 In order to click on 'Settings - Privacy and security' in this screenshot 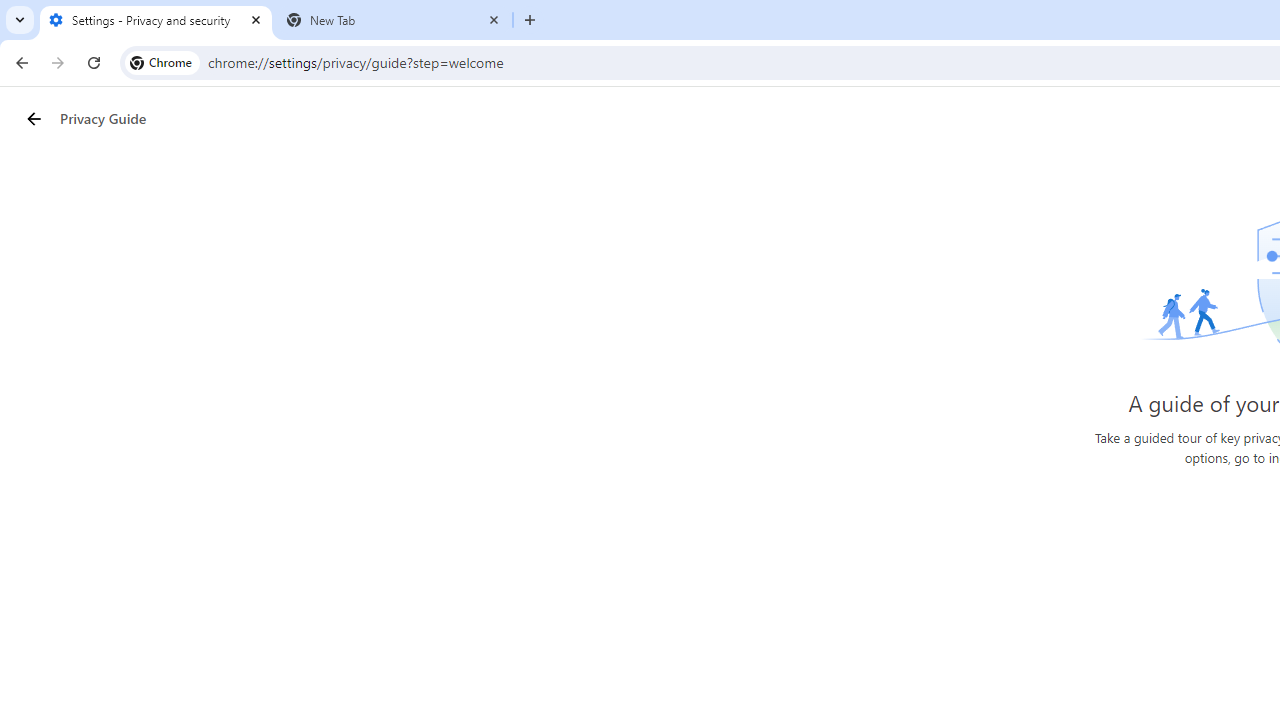, I will do `click(155, 20)`.